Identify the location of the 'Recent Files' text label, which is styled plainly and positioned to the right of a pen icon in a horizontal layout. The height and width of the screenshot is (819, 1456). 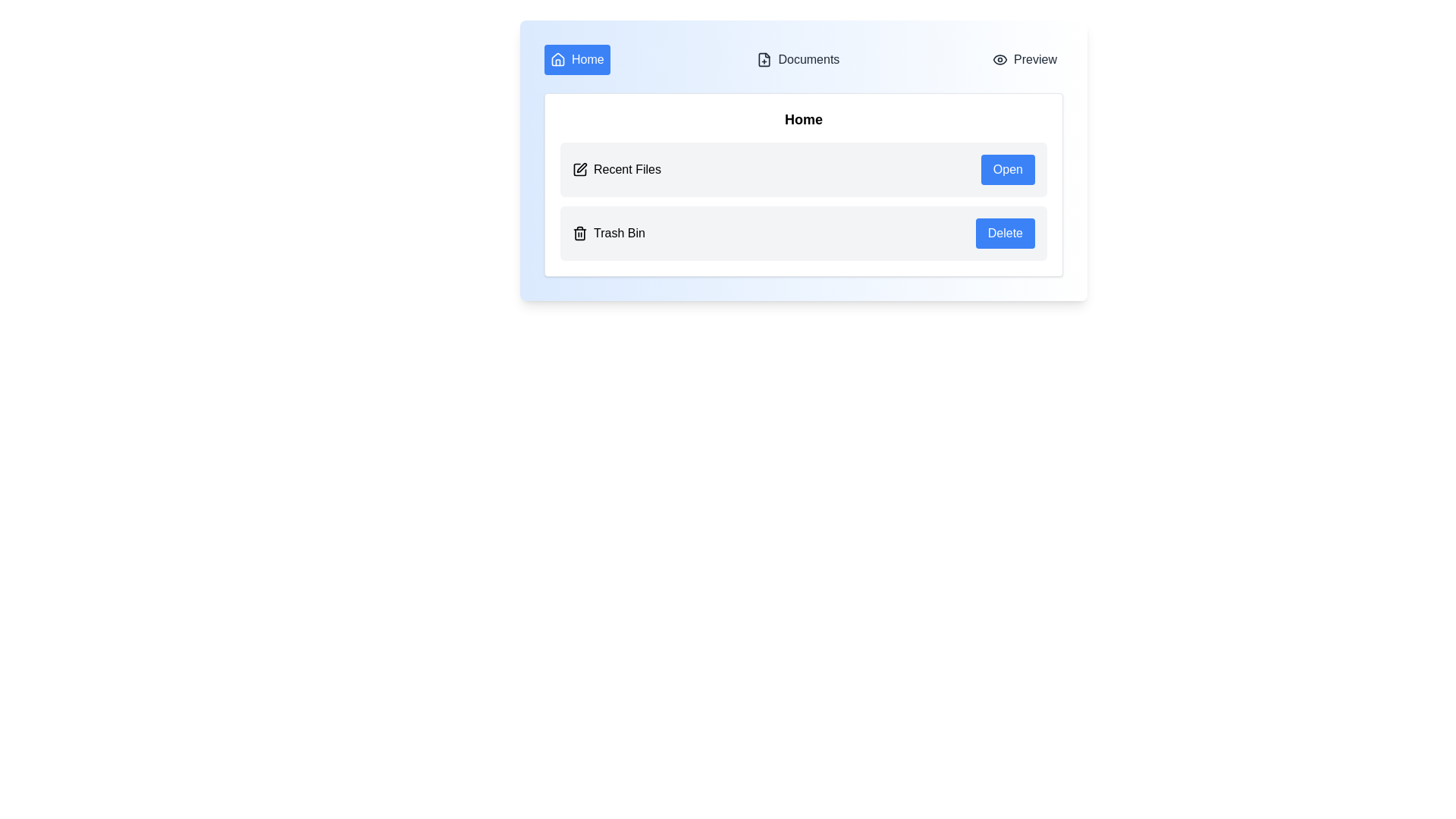
(627, 169).